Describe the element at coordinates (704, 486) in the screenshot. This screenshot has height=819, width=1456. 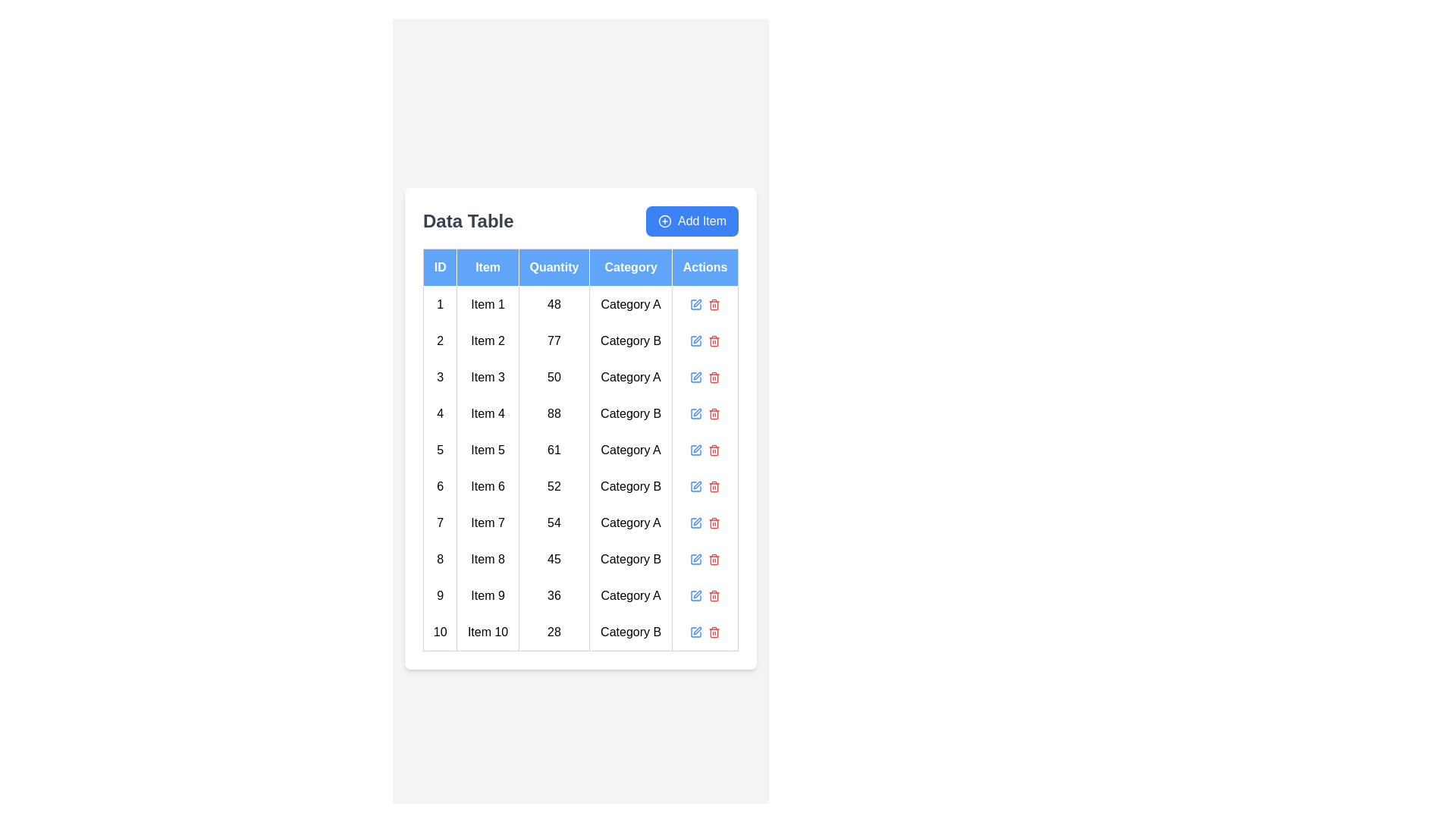
I see `the blue pencil icon in the 'Actions' column of the data table corresponding to 'Item 6'` at that location.